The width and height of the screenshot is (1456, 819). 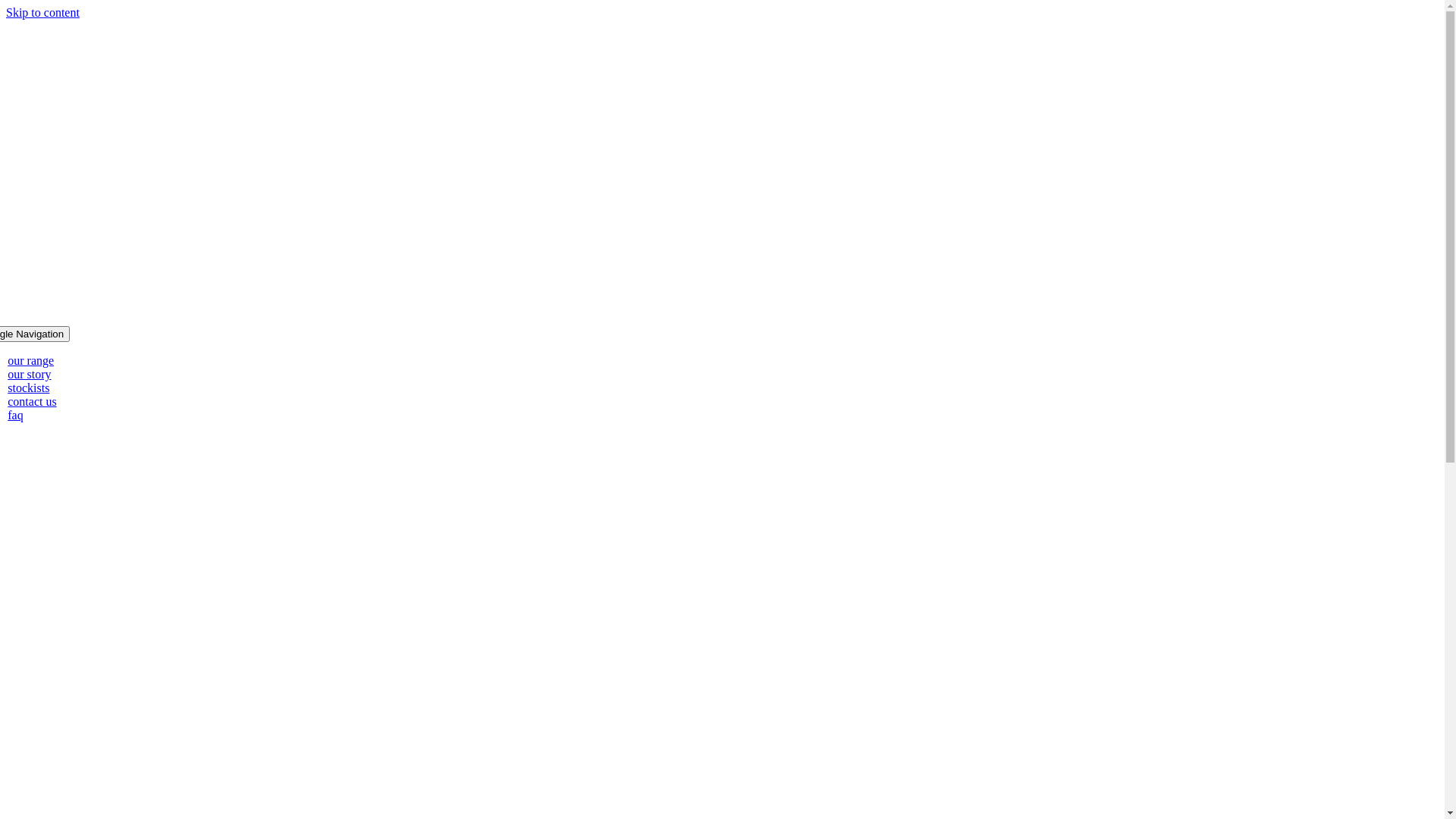 I want to click on 'contact us', so click(x=32, y=400).